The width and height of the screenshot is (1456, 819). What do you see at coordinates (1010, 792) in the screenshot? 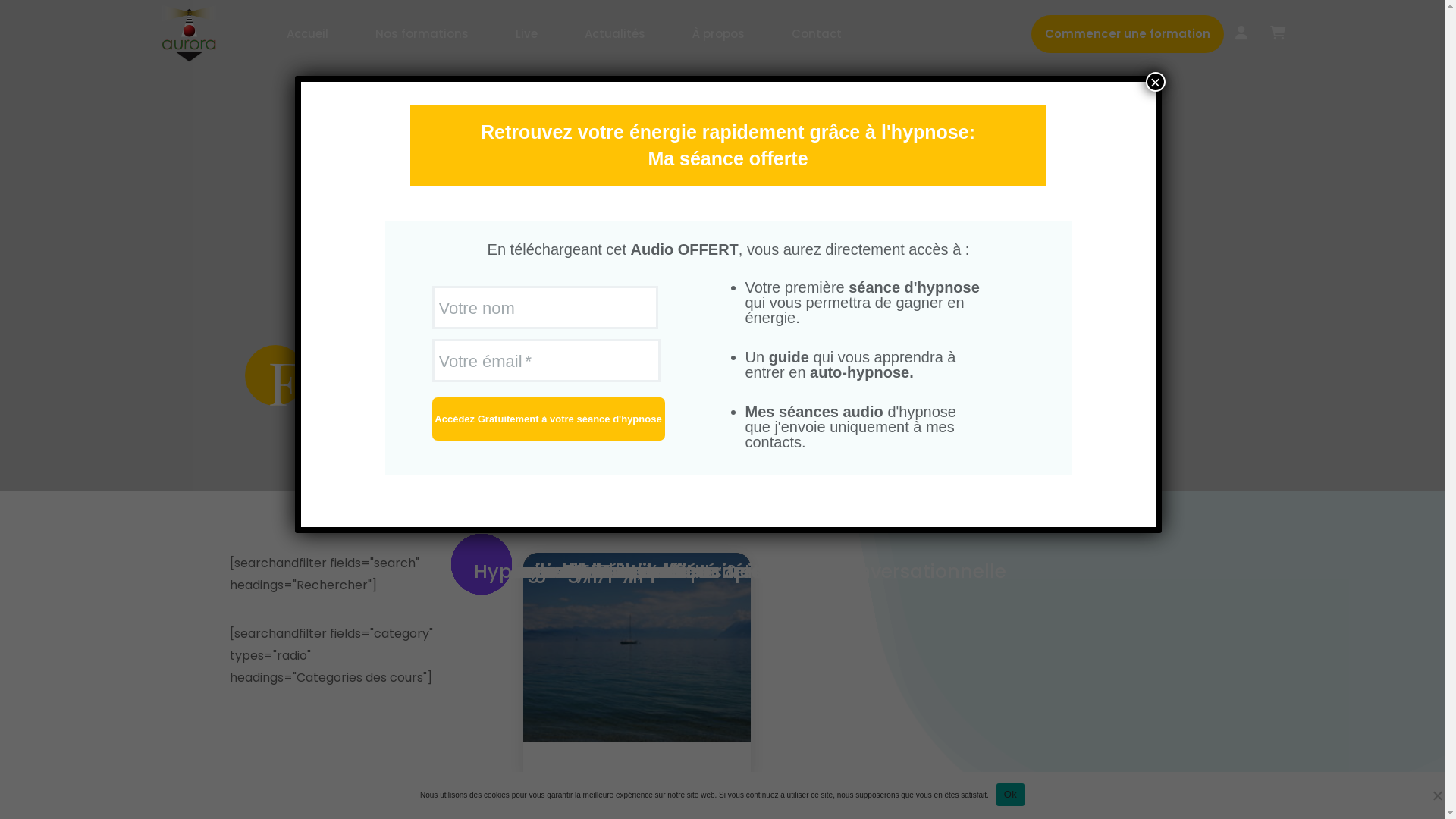
I see `'Ok'` at bounding box center [1010, 792].